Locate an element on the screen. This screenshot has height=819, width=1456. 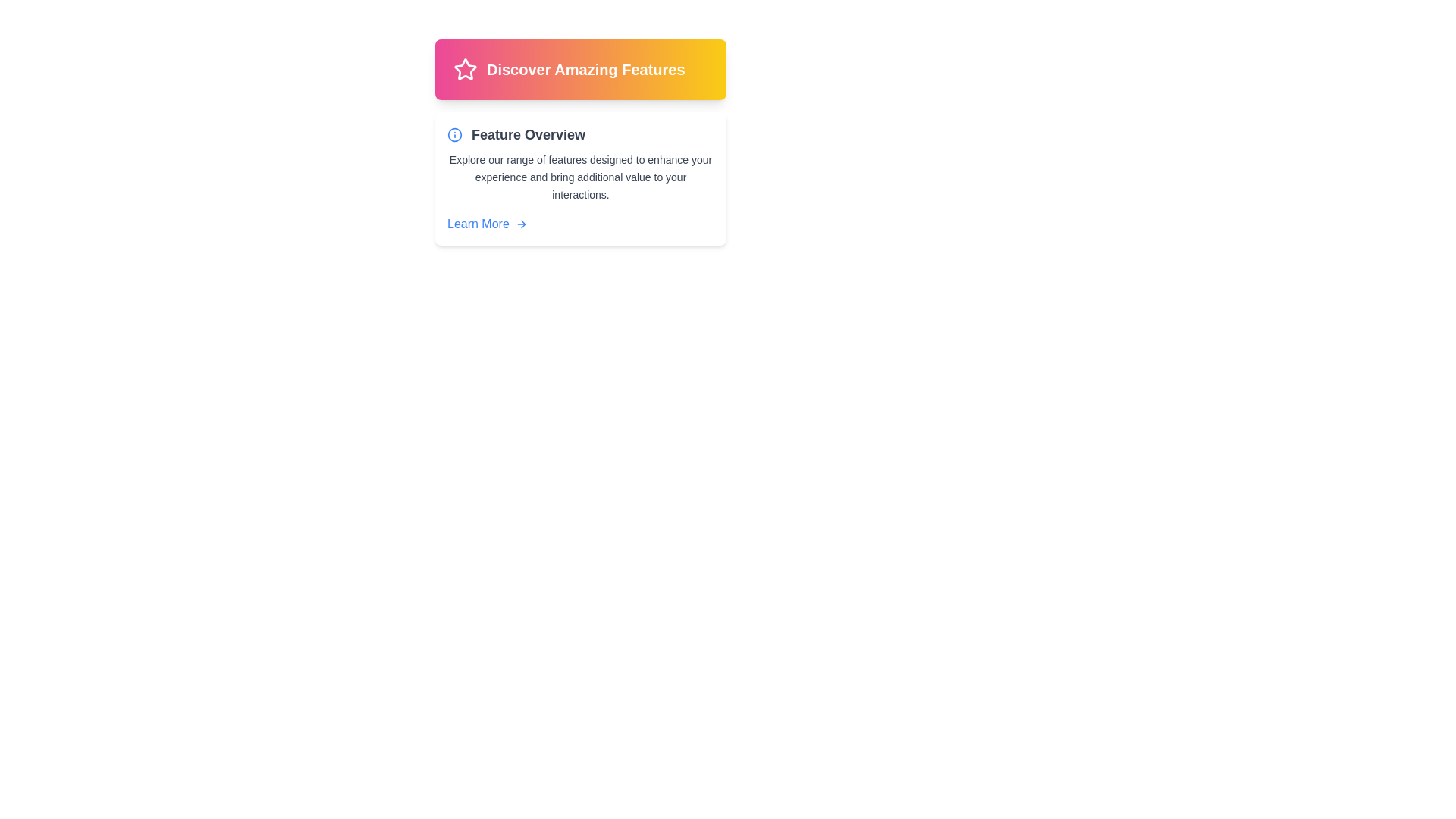
the star-shaped icon with a pink fill located in the upper left corner of the colorful banner that reads 'Discover Amazing Features' is located at coordinates (465, 69).